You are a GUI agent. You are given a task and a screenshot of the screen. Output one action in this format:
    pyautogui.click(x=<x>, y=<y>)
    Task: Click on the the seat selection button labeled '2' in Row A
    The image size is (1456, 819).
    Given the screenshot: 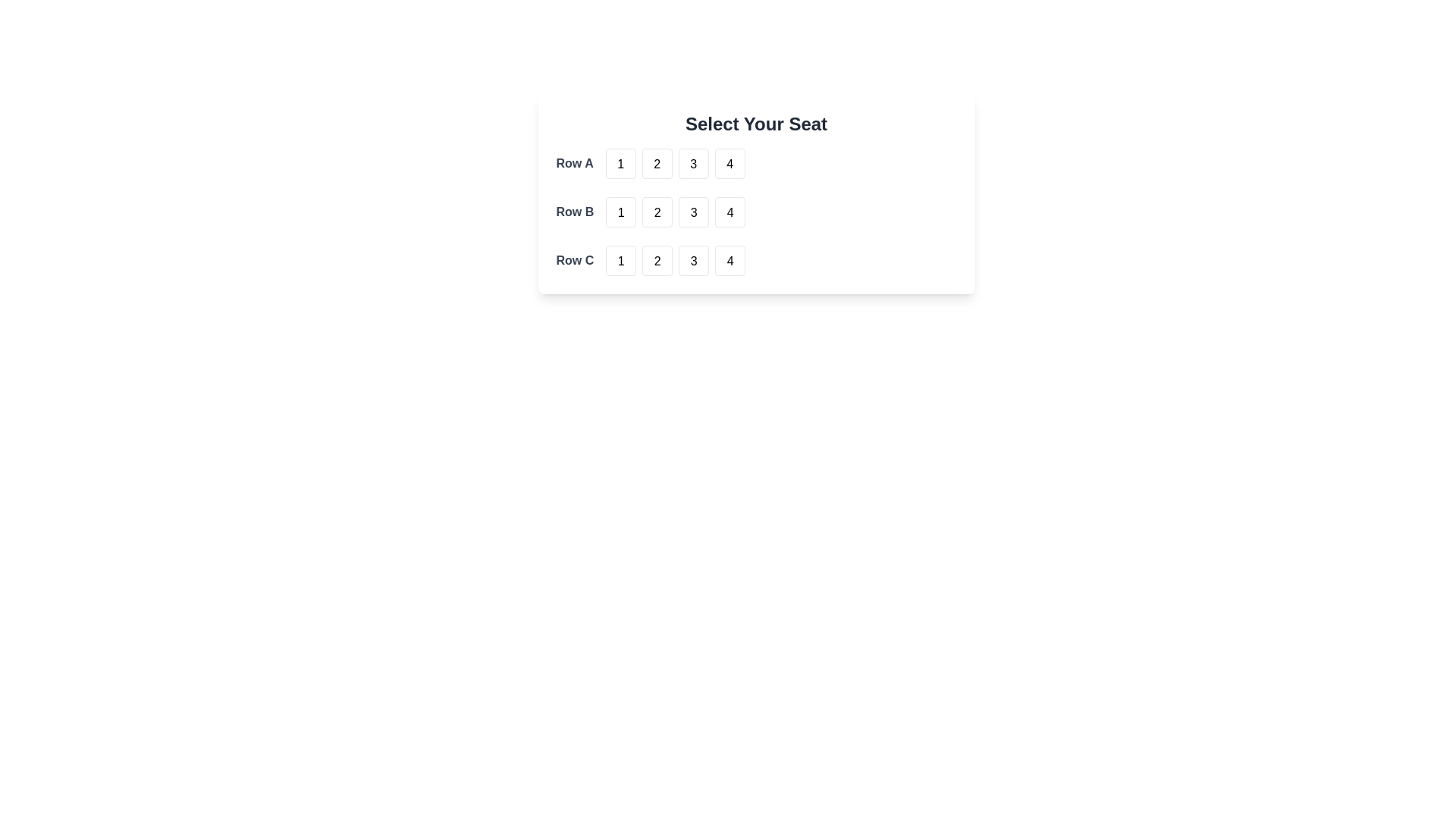 What is the action you would take?
    pyautogui.click(x=657, y=164)
    